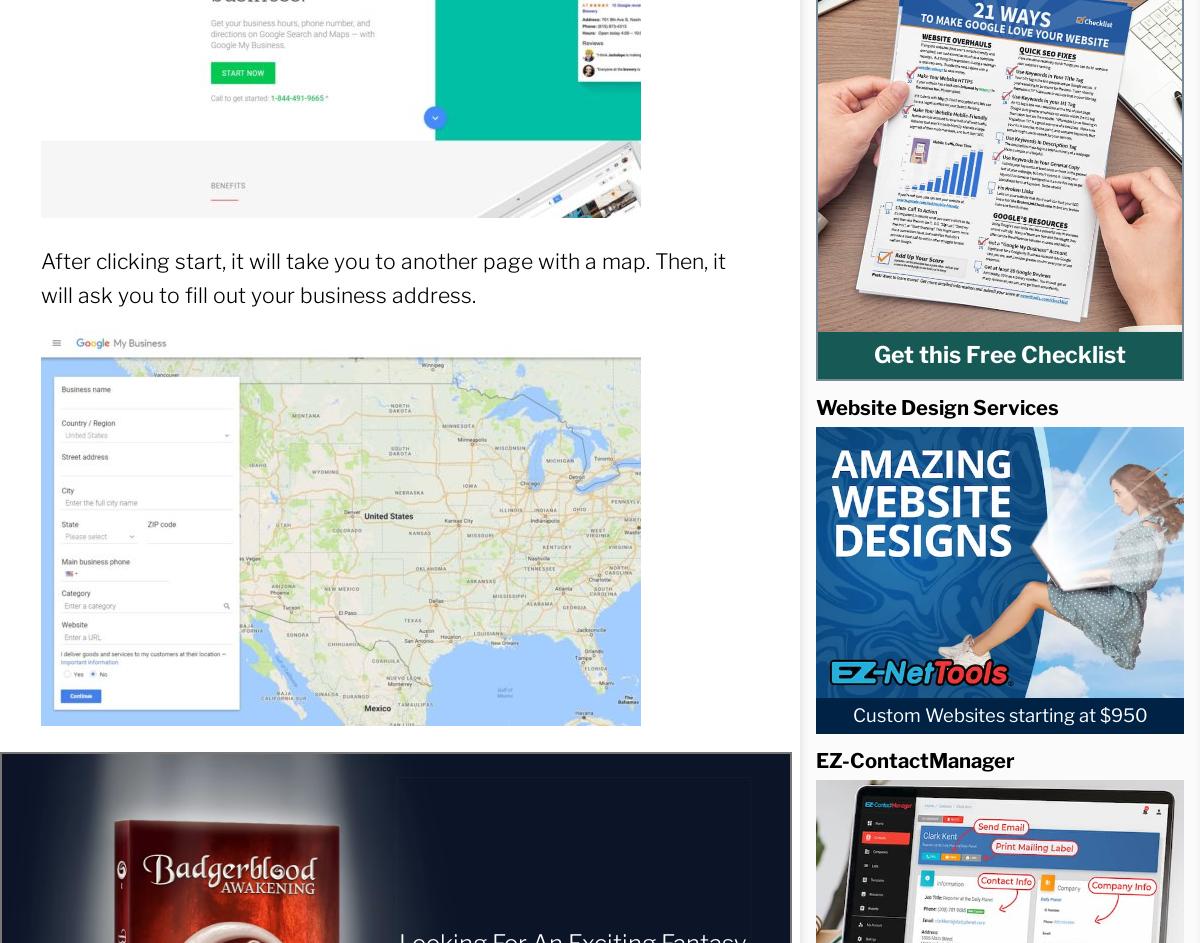 Image resolution: width=1200 pixels, height=943 pixels. Describe the element at coordinates (933, 434) in the screenshot. I see `'.'` at that location.